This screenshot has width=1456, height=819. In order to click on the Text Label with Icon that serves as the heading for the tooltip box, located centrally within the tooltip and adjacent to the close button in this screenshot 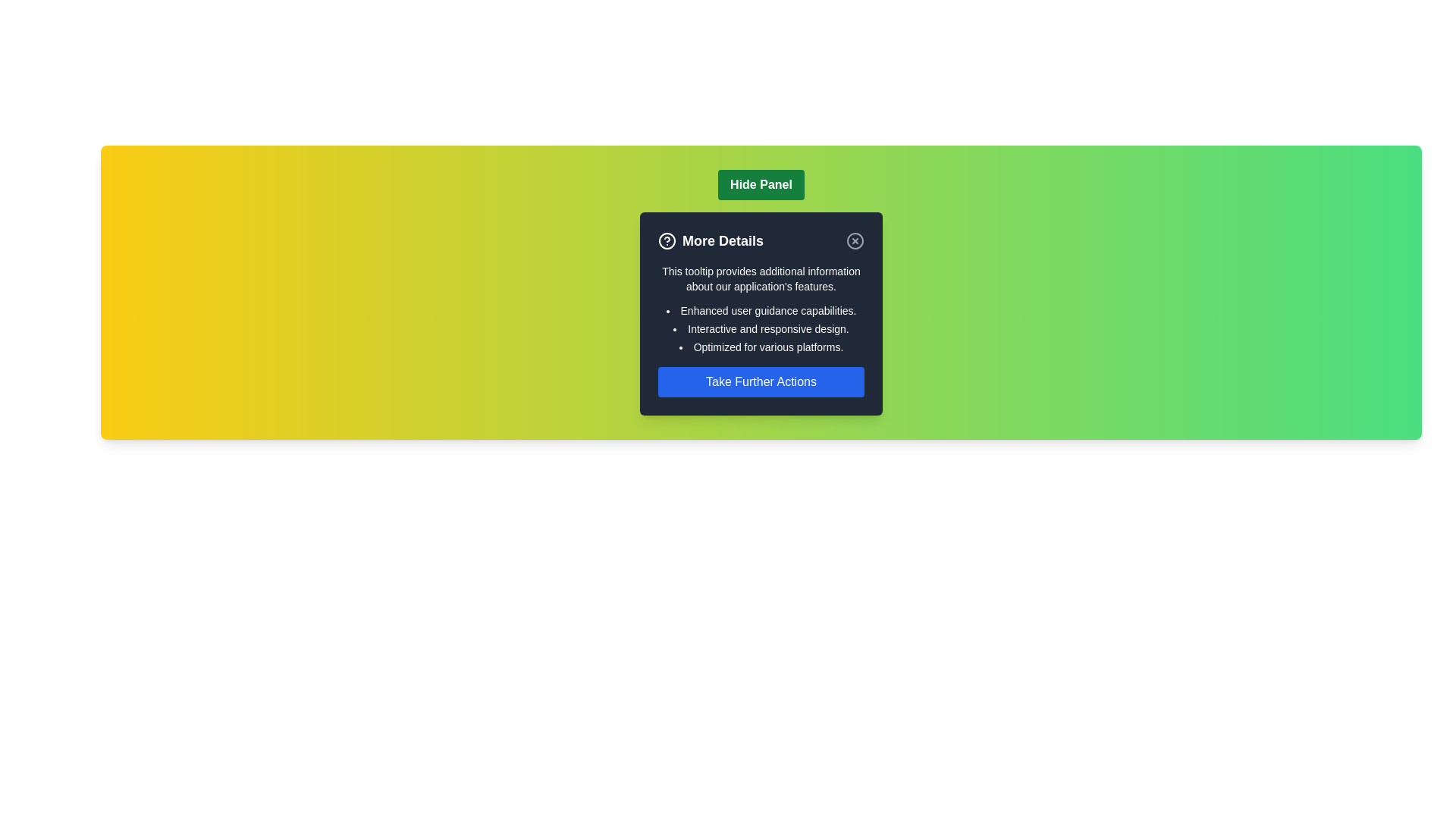, I will do `click(710, 240)`.